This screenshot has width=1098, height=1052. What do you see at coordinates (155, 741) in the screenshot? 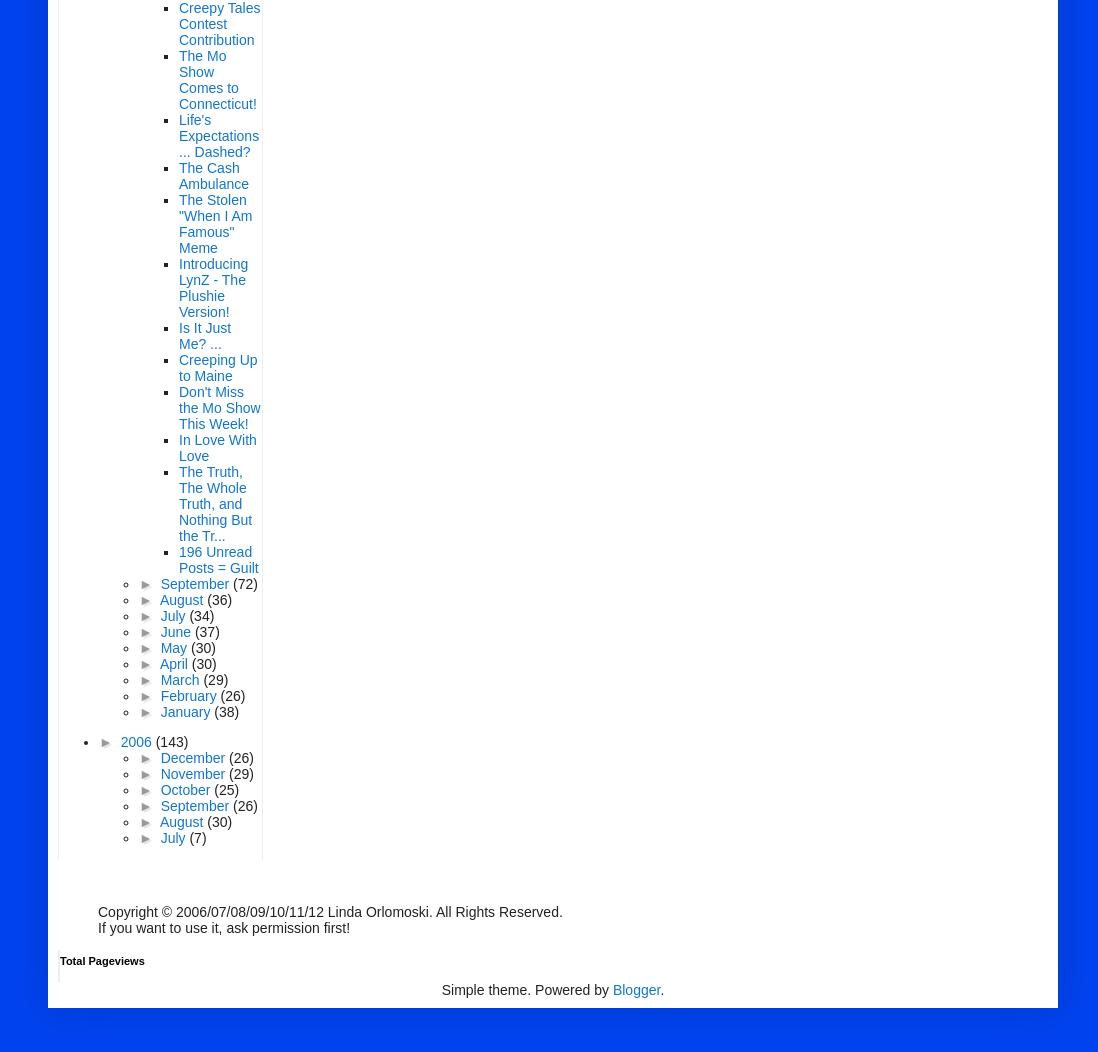
I see `'(143)'` at bounding box center [155, 741].